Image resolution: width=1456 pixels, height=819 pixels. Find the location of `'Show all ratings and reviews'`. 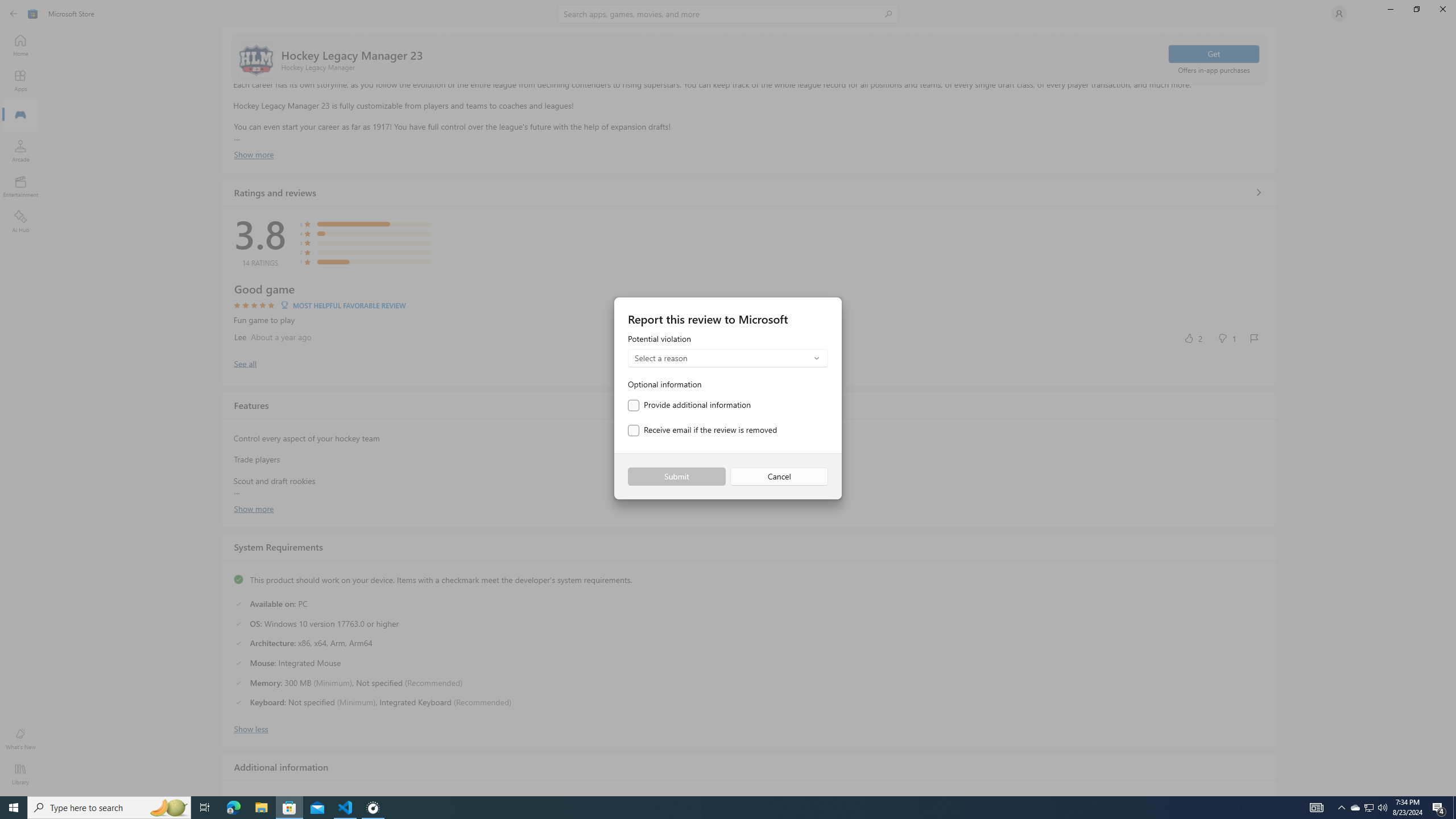

'Show all ratings and reviews' is located at coordinates (244, 362).